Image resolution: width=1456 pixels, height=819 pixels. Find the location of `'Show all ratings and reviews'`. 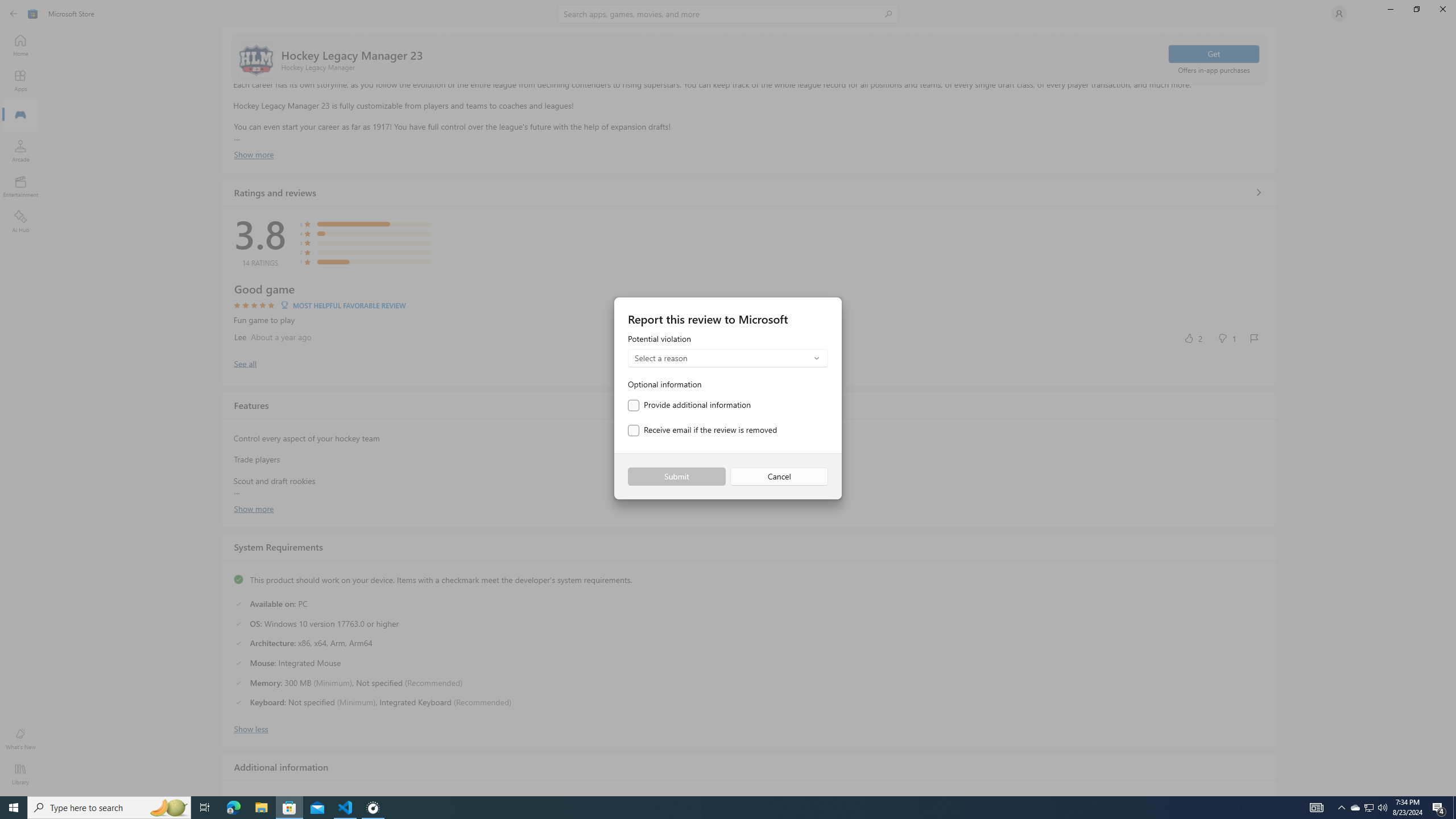

'Show all ratings and reviews' is located at coordinates (244, 362).